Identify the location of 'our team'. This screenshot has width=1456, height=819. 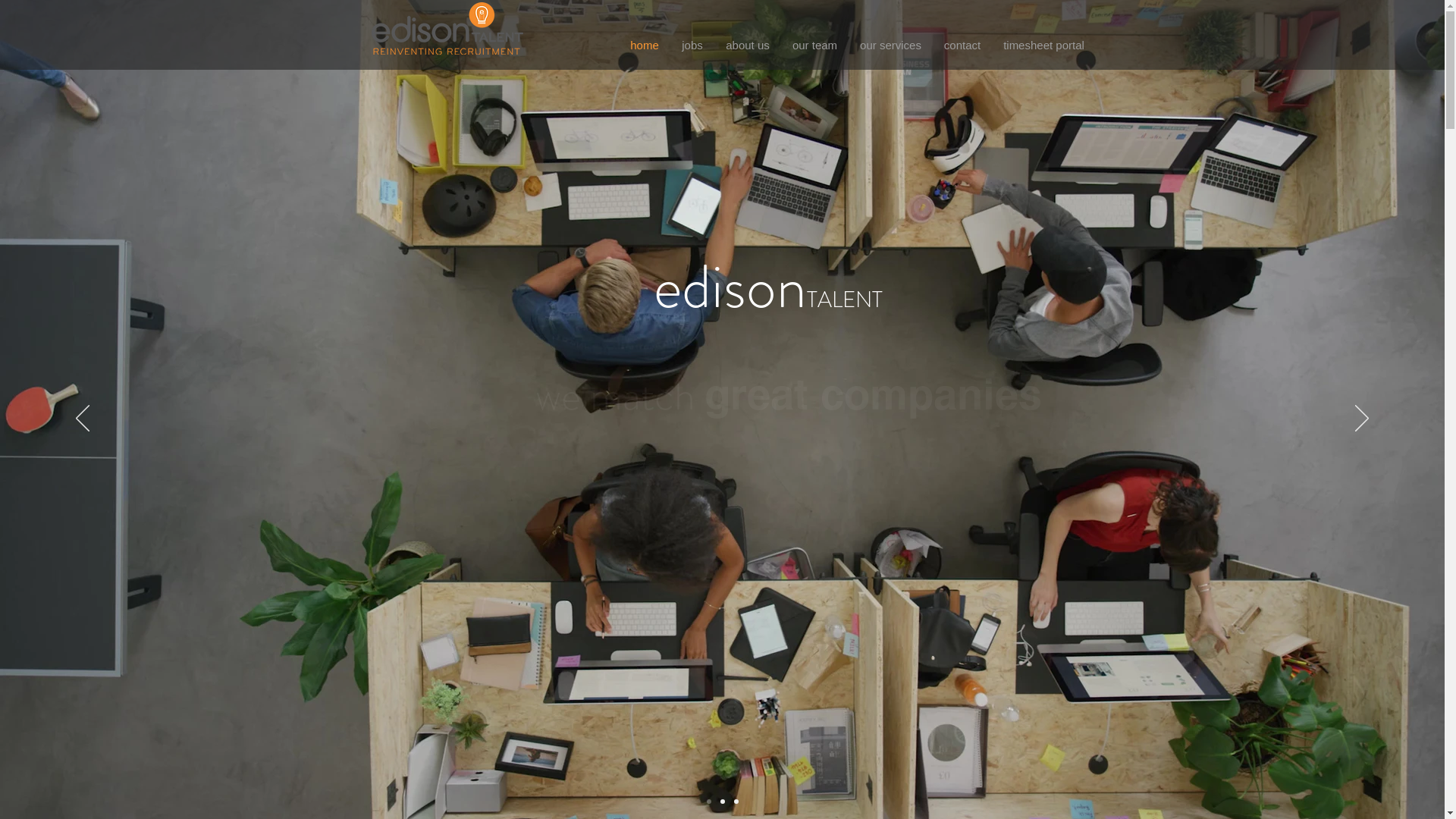
(814, 45).